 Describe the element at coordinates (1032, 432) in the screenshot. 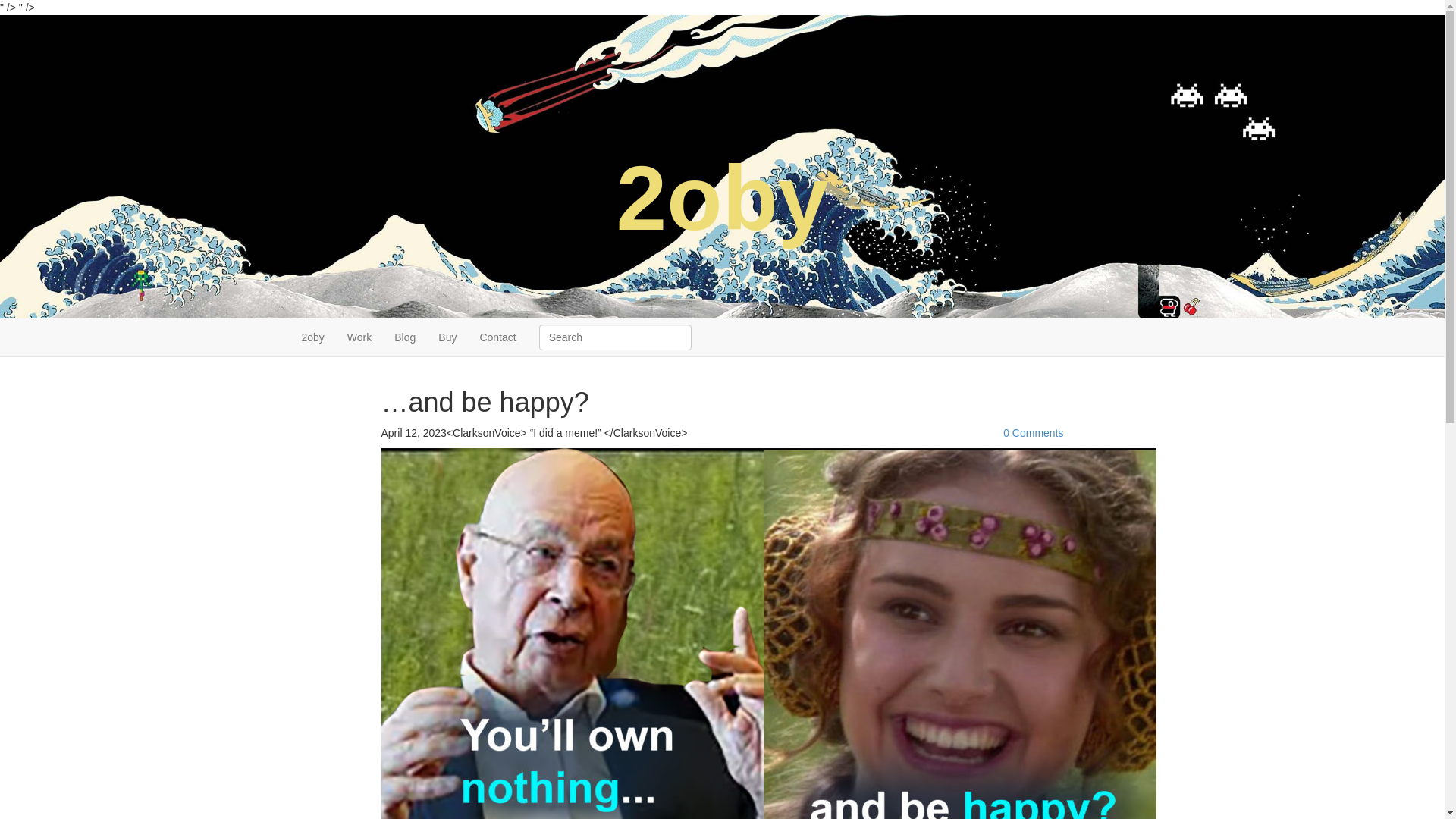

I see `'0 Comments'` at that location.